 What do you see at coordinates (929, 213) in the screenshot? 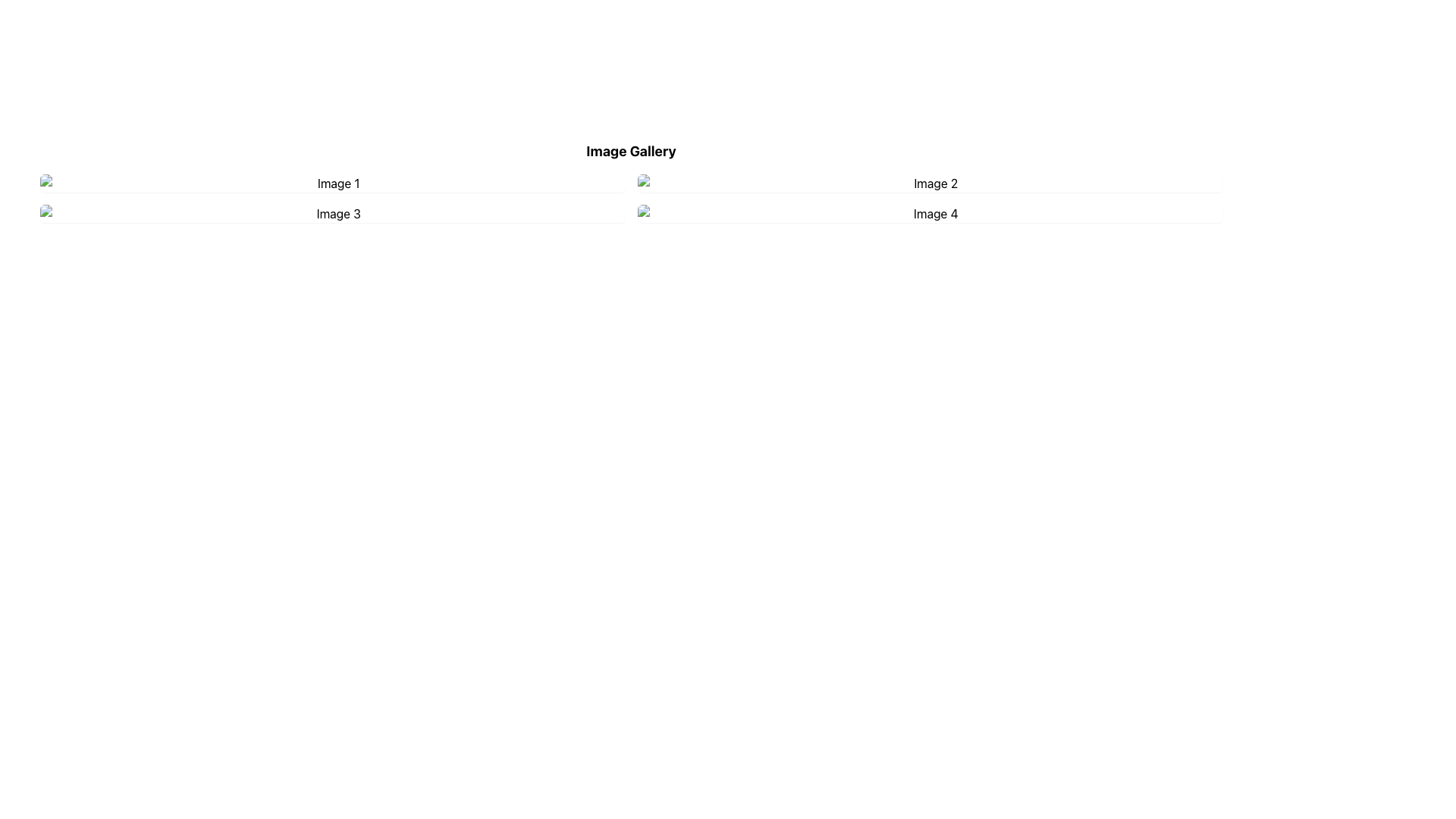
I see `the navigation button-like graphical icon located in the center-right area next to the 'Image 4' label, which suggests a rightward navigation action` at bounding box center [929, 213].